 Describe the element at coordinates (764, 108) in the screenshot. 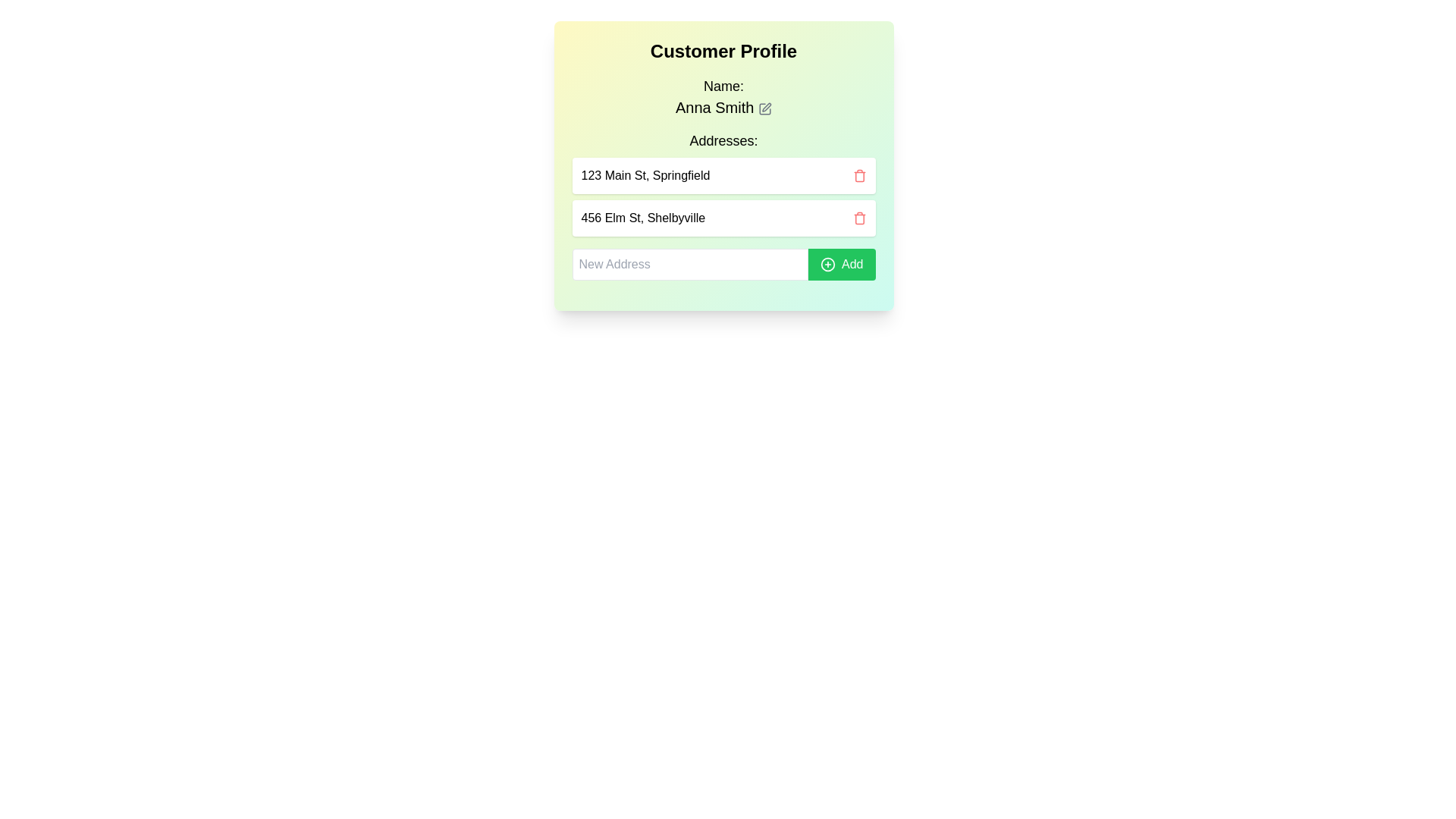

I see `the edit icon next to 'Anna Smith'` at that location.